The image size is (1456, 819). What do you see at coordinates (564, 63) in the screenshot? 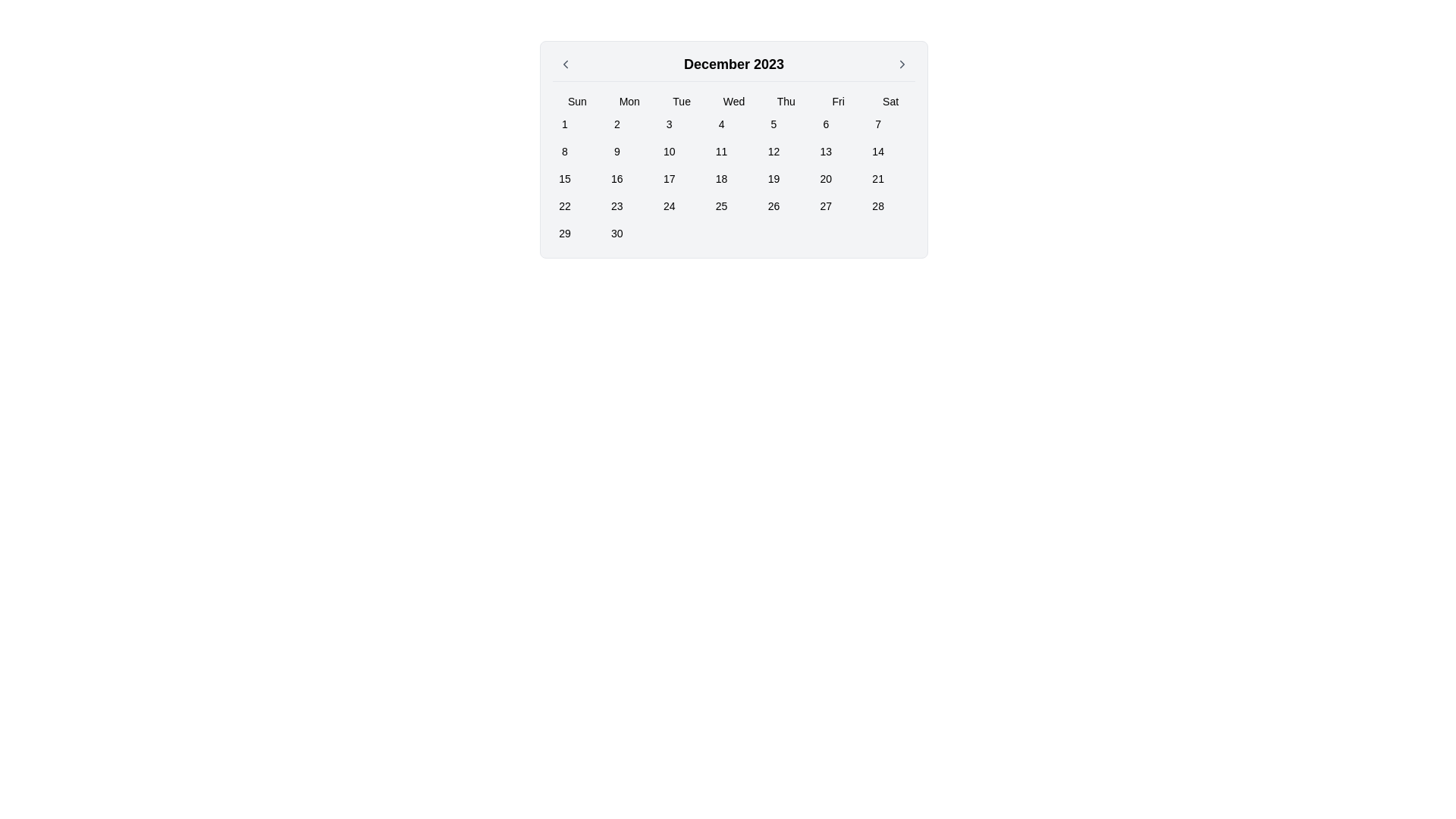
I see `the left-facing chevron icon button in the calendar header` at bounding box center [564, 63].